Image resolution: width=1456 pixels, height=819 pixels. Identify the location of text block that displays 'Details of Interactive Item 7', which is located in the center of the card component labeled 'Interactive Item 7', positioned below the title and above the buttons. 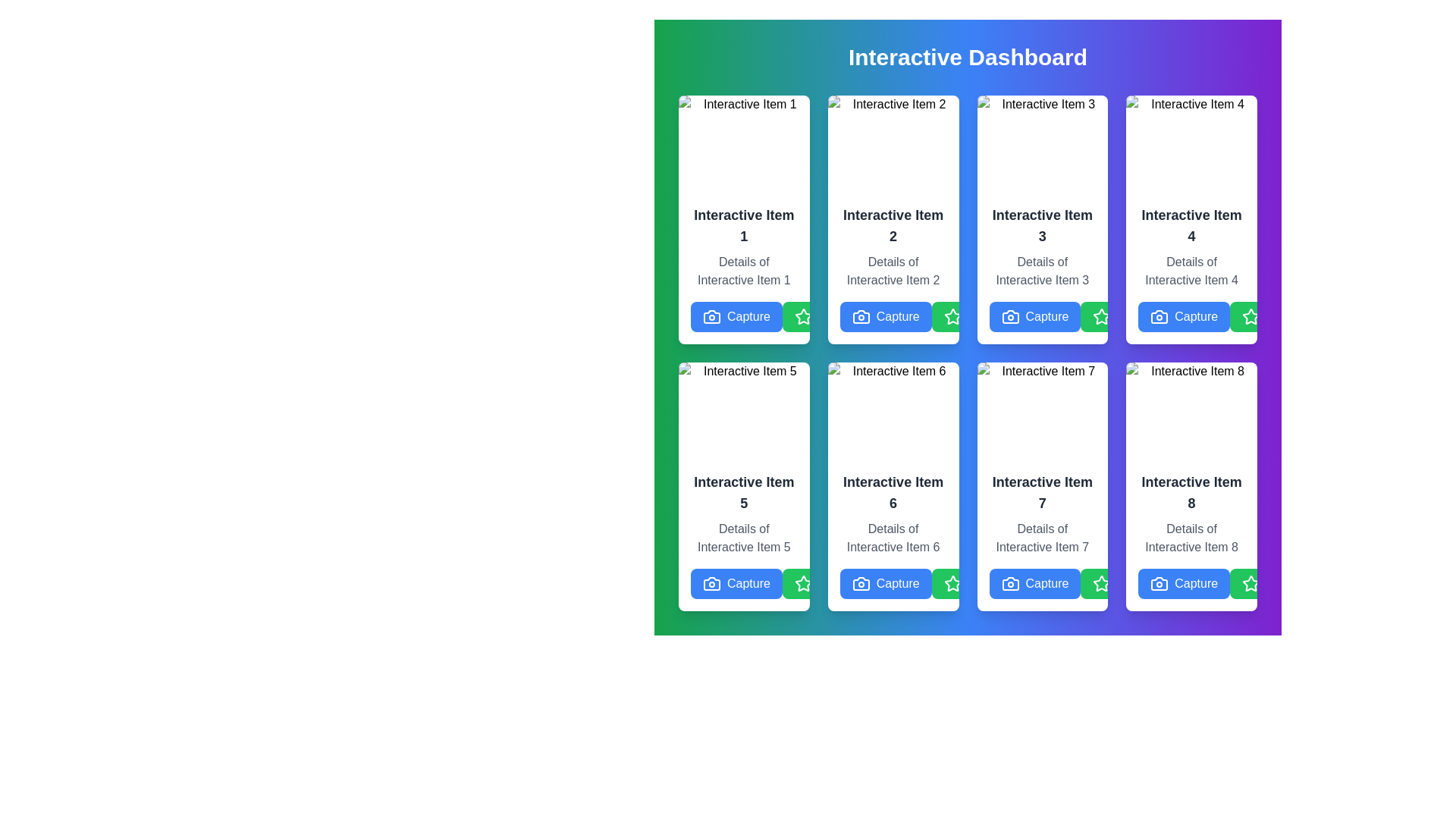
(1041, 534).